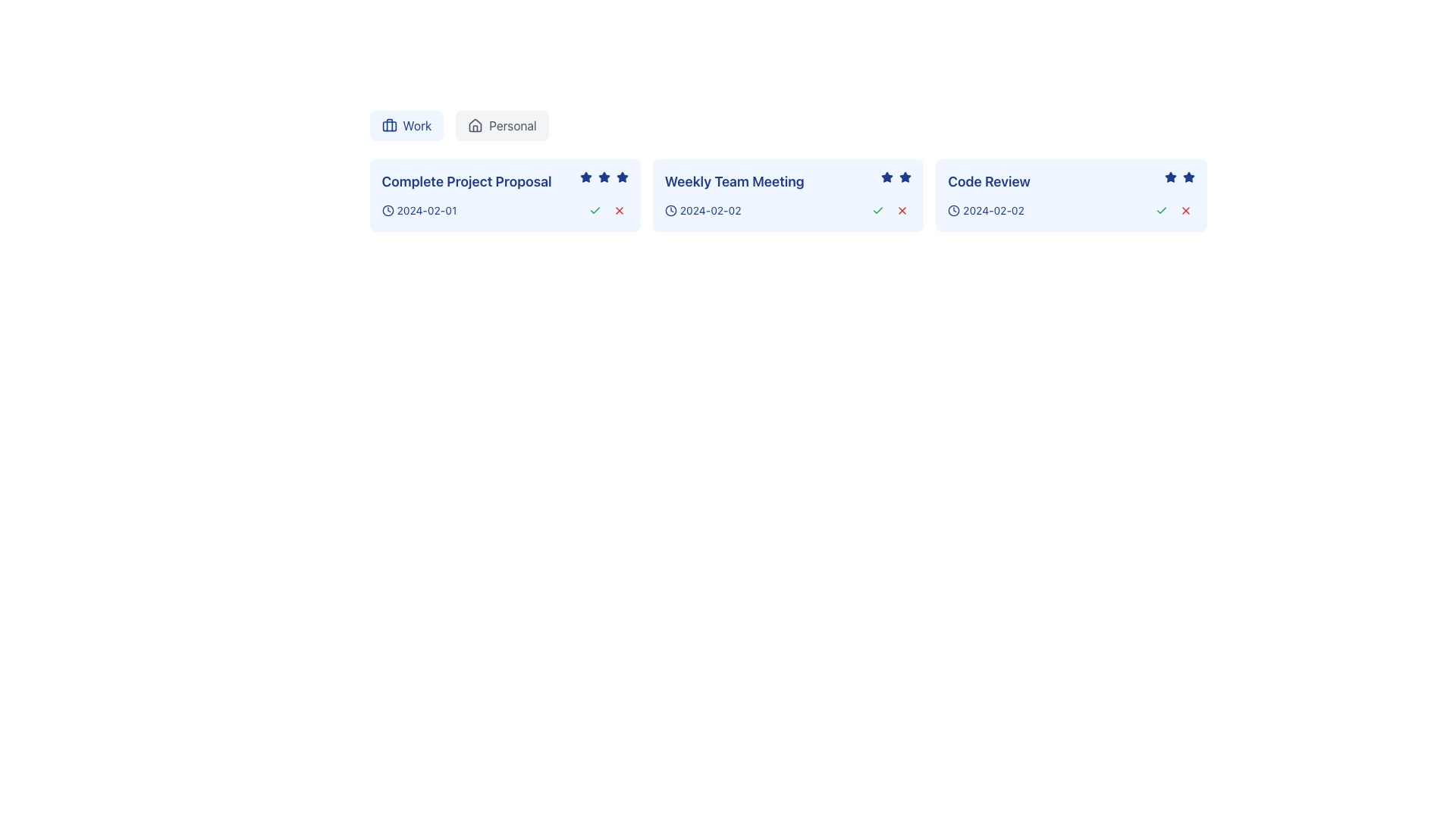 The height and width of the screenshot is (819, 1456). Describe the element at coordinates (513, 124) in the screenshot. I see `text of the 'Personal' label, which is the second option in the navigation row, for identification purposes` at that location.